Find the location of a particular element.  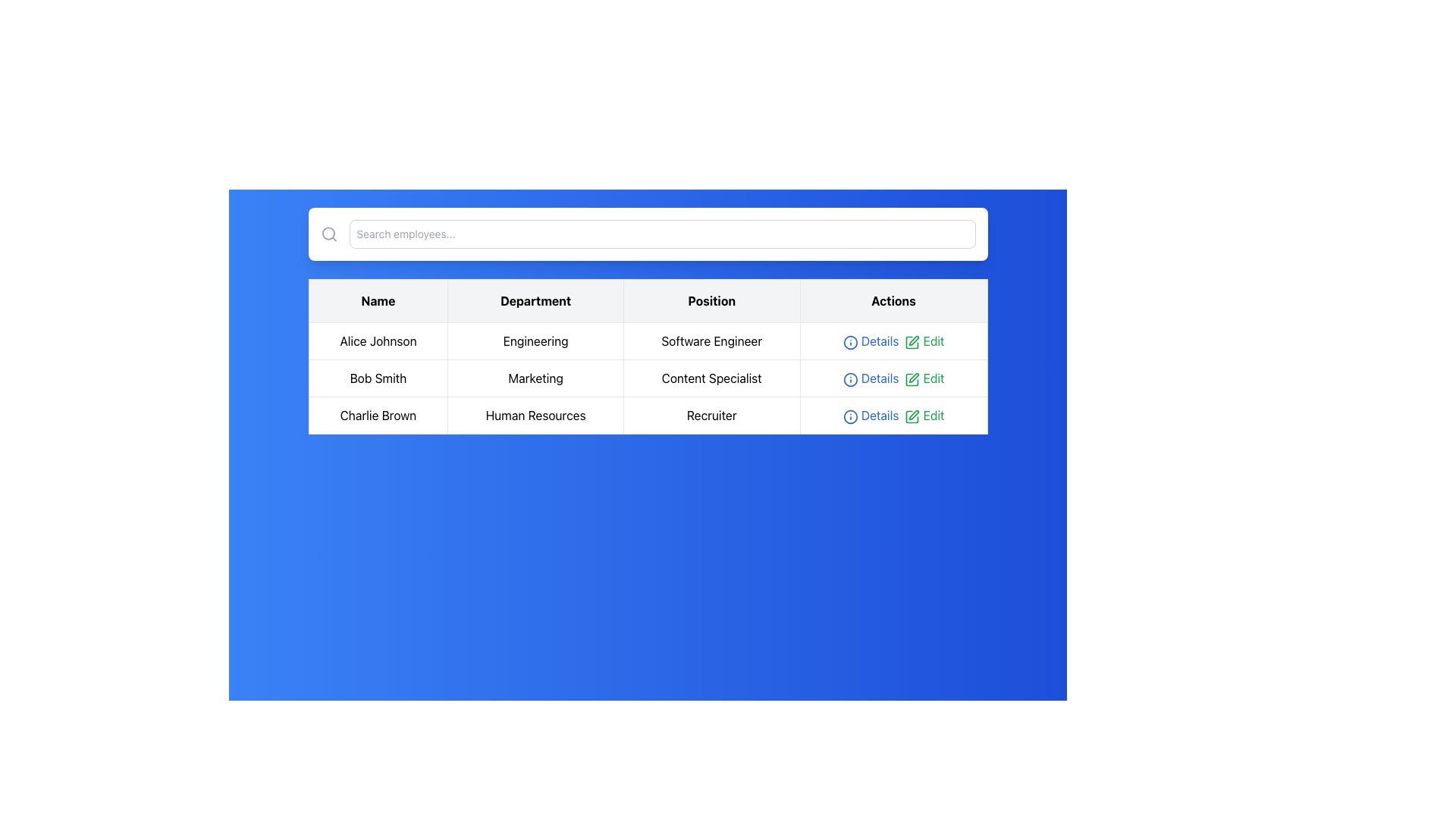

the 'Engineering' text element located in the second column of the first row in the table, which displays department information for 'Alice Johnson' is located at coordinates (535, 341).